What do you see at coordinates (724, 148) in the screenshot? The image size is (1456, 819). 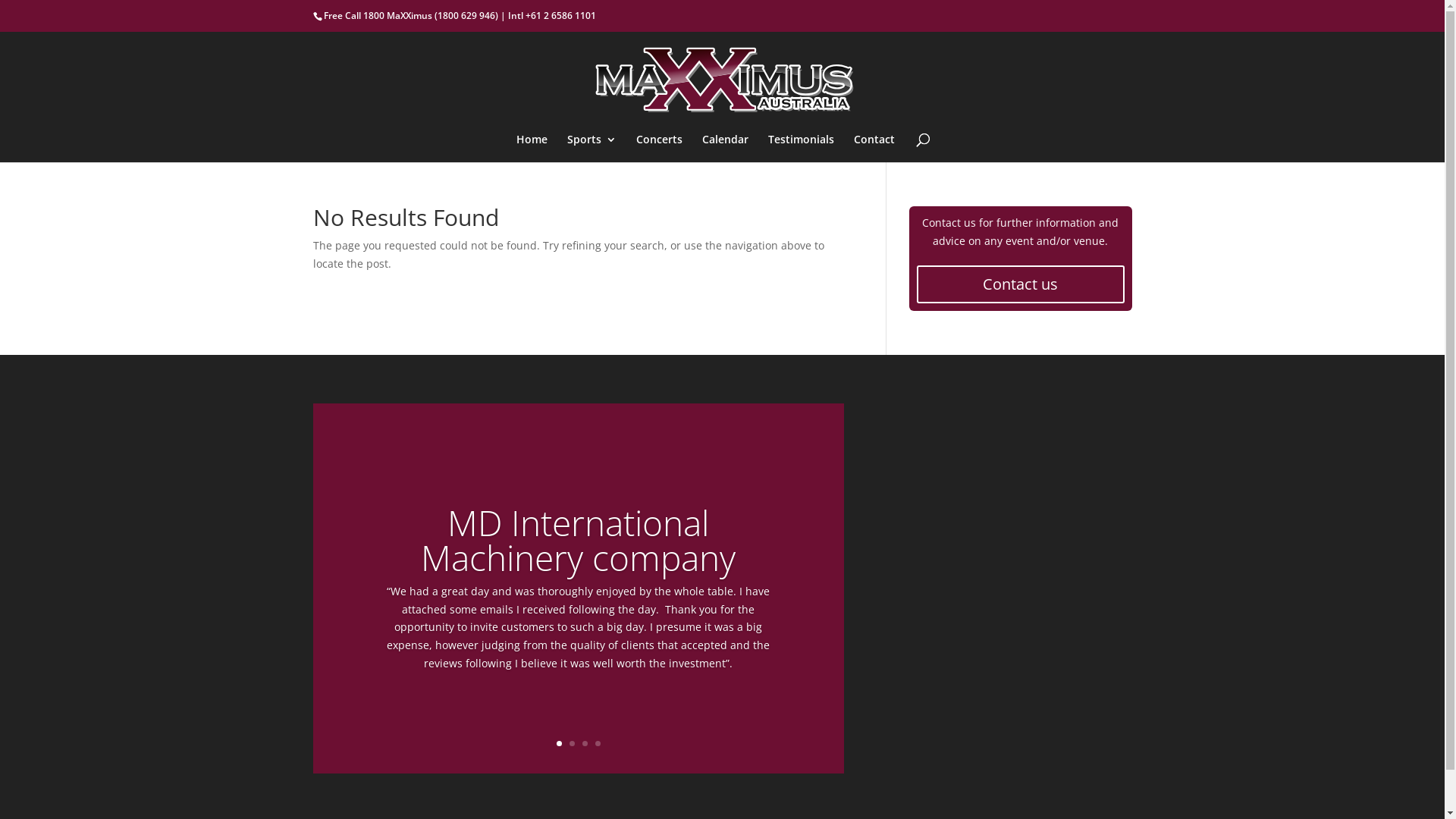 I see `'Calendar'` at bounding box center [724, 148].